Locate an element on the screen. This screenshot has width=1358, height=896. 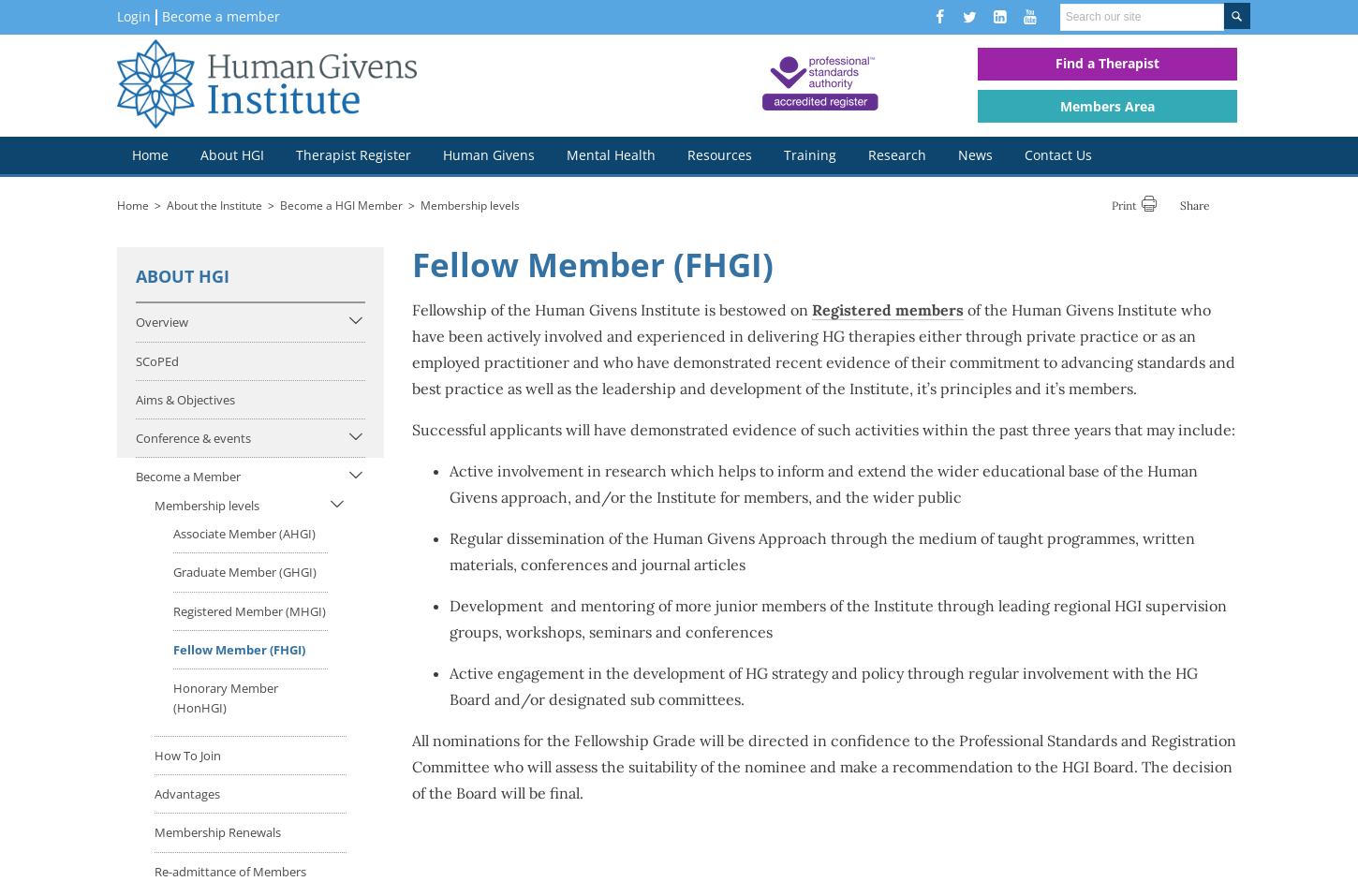
'Active engagement in the development of HG strategy and policy through regular involvement with the HG Board and/or designated sub committees.' is located at coordinates (822, 685).